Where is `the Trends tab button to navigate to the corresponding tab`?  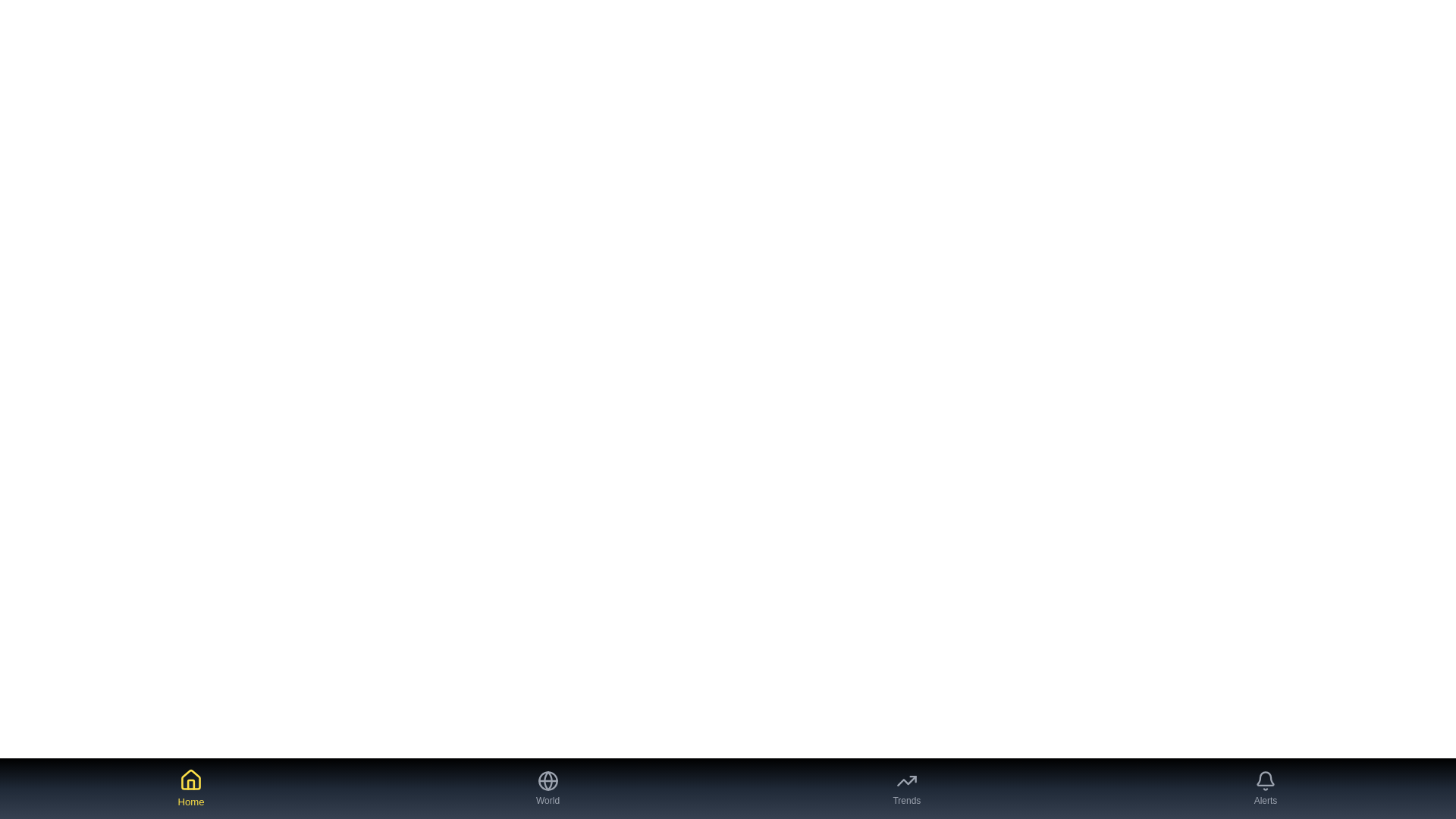
the Trends tab button to navigate to the corresponding tab is located at coordinates (906, 788).